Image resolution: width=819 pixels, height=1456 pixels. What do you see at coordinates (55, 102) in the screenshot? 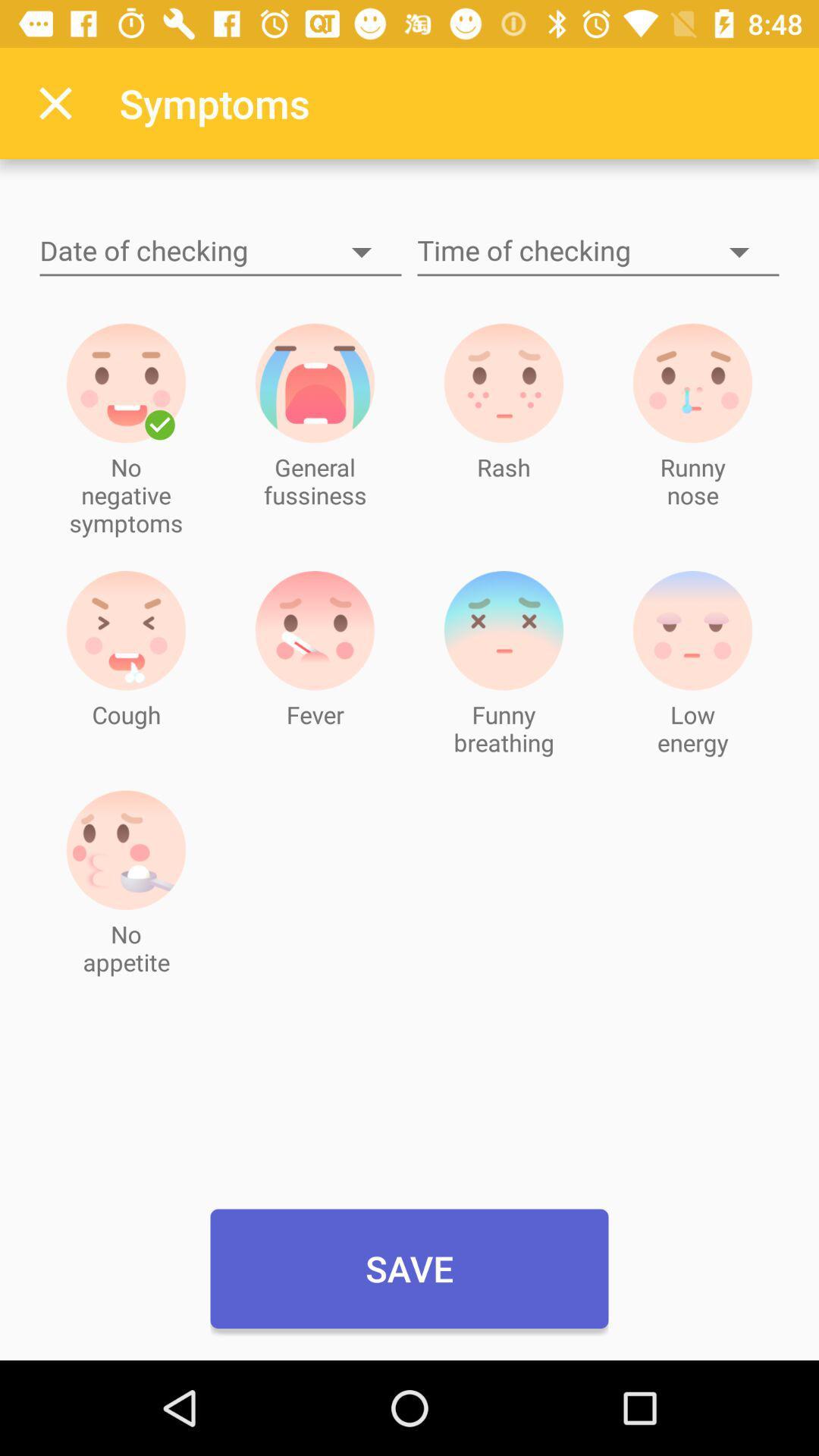
I see `item to the left of the symptoms app` at bounding box center [55, 102].